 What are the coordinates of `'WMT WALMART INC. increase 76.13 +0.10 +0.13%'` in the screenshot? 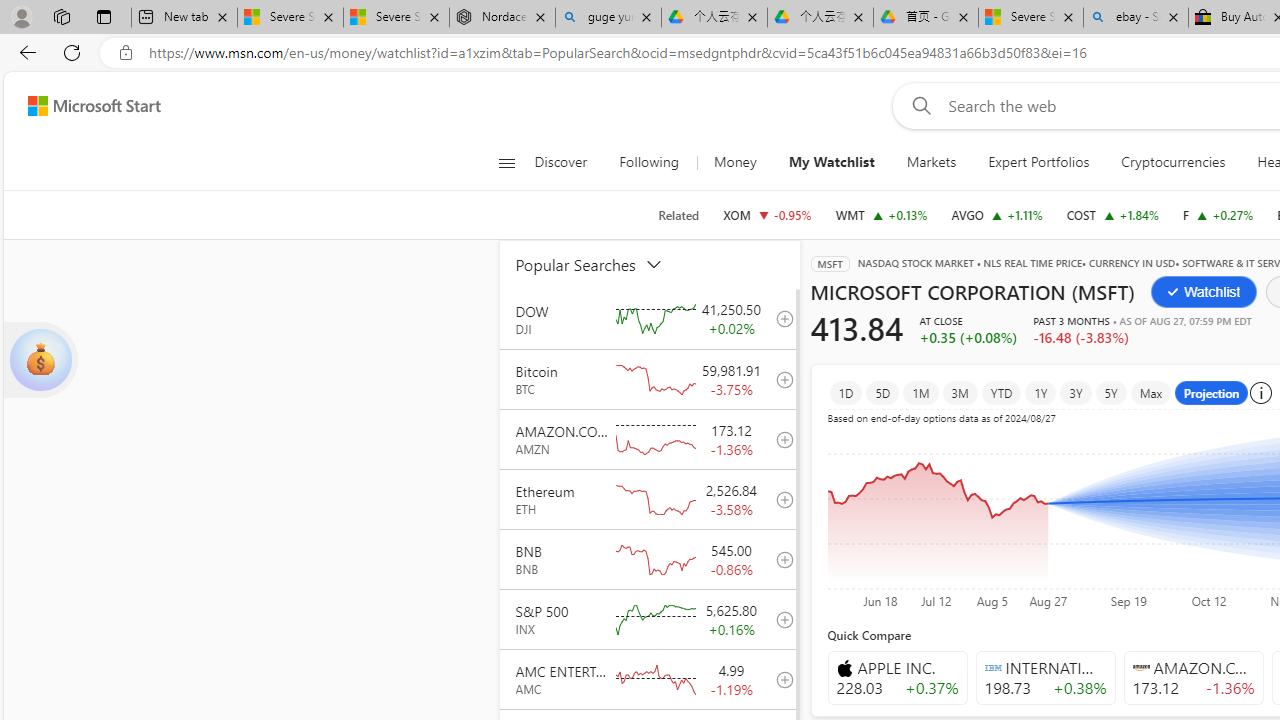 It's located at (880, 214).